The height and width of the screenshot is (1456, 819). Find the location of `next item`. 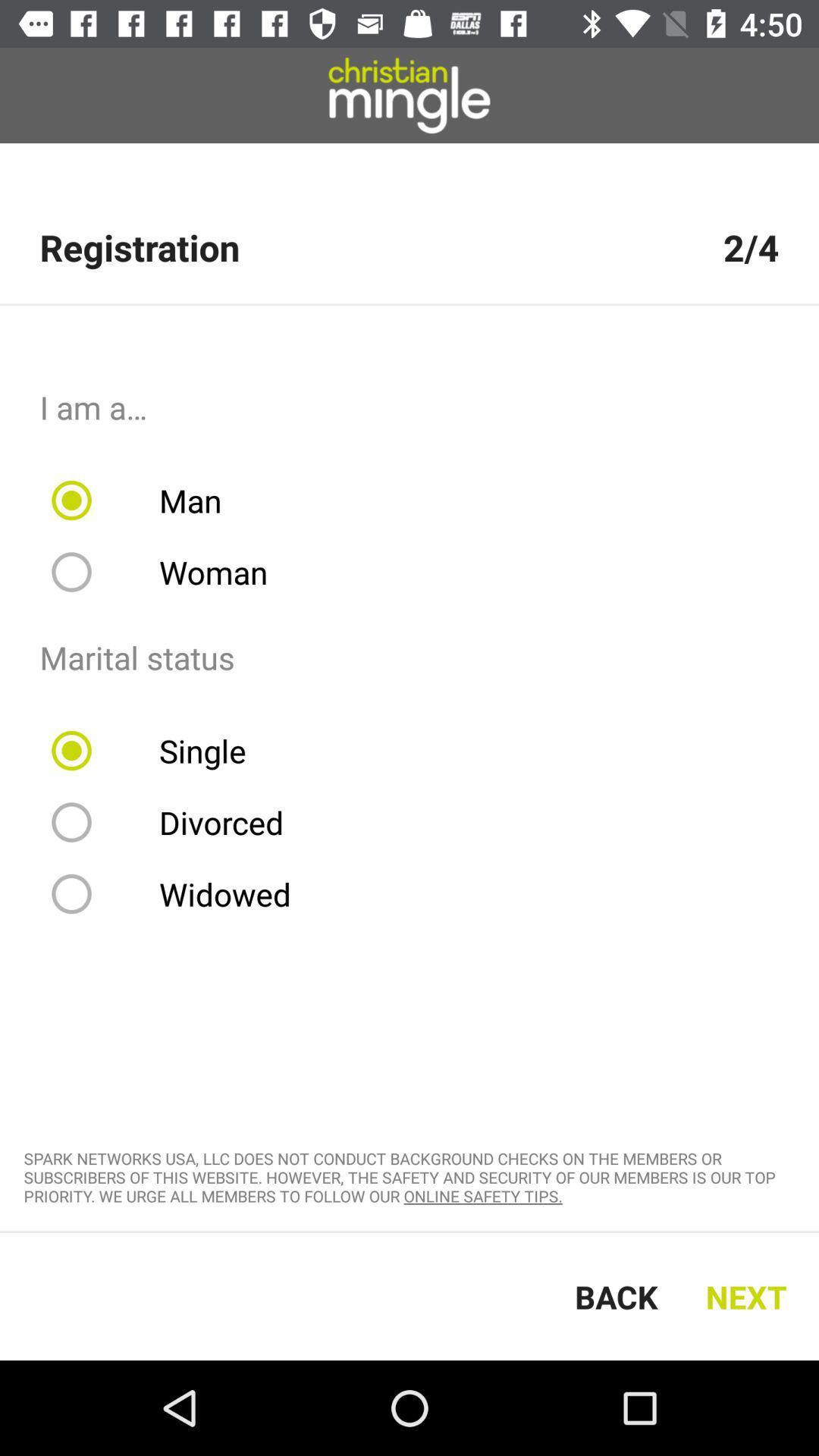

next item is located at coordinates (749, 1295).